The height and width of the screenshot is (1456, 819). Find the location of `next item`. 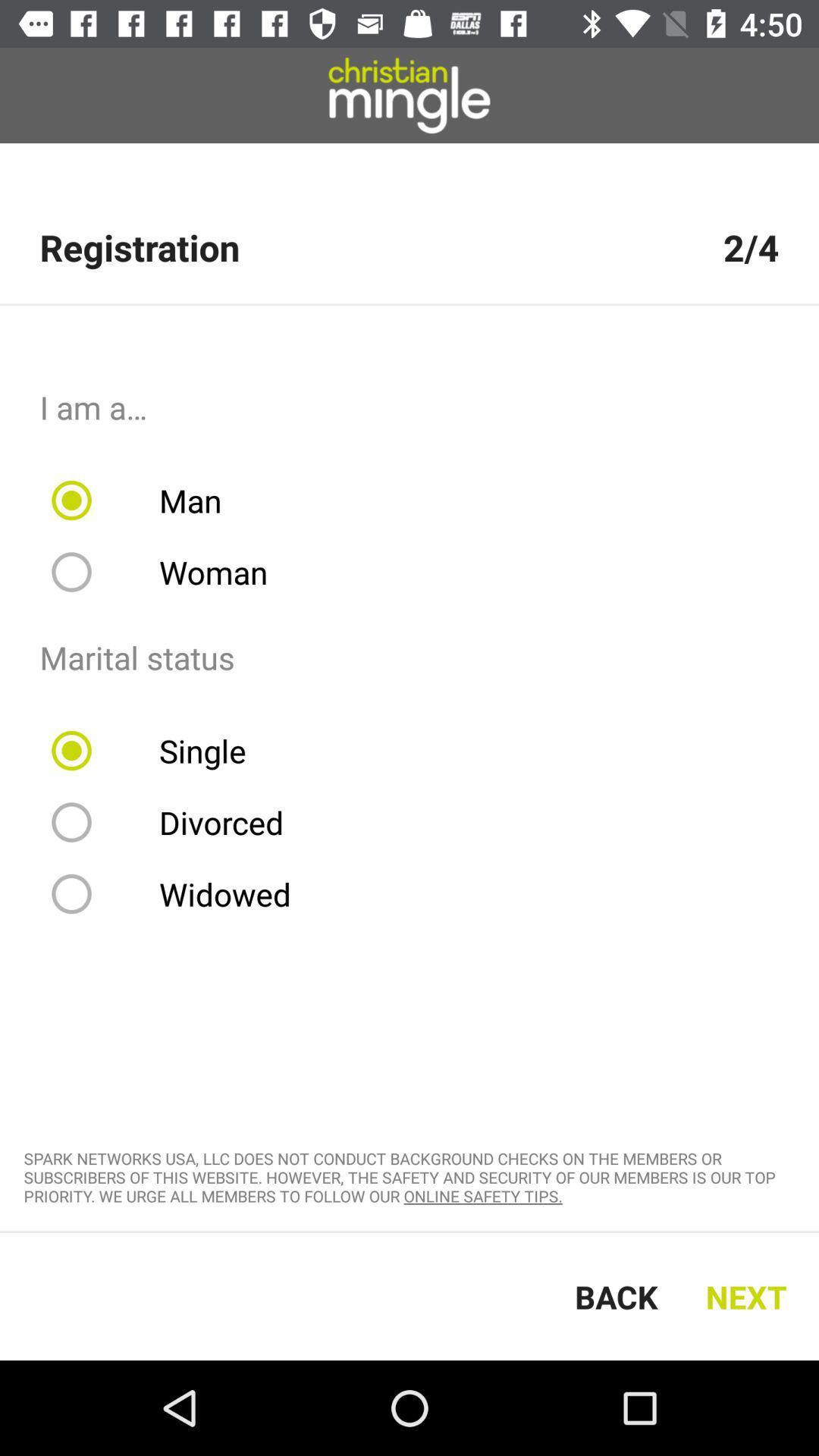

next item is located at coordinates (749, 1295).